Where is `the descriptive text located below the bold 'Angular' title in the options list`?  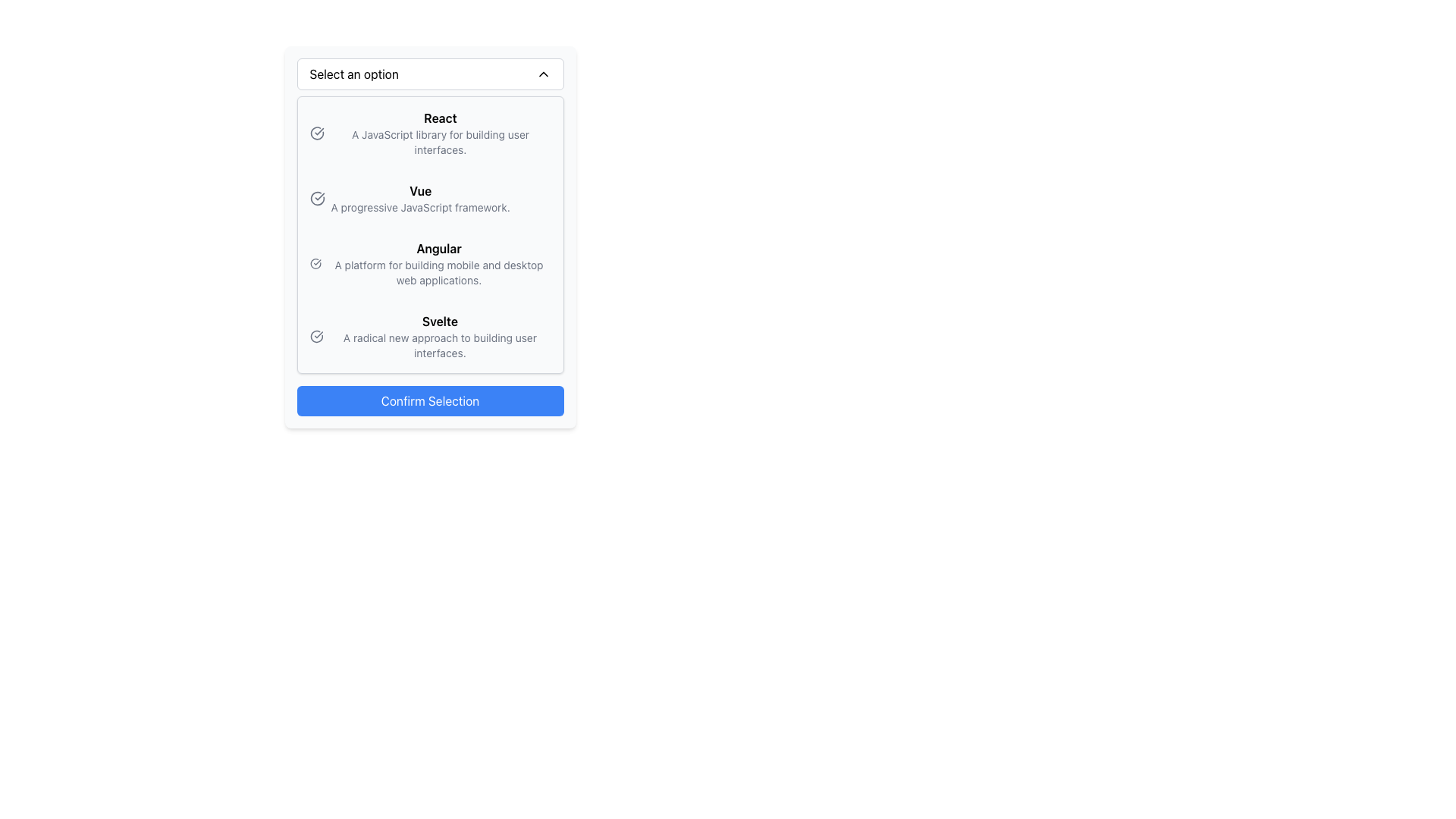
the descriptive text located below the bold 'Angular' title in the options list is located at coordinates (438, 271).